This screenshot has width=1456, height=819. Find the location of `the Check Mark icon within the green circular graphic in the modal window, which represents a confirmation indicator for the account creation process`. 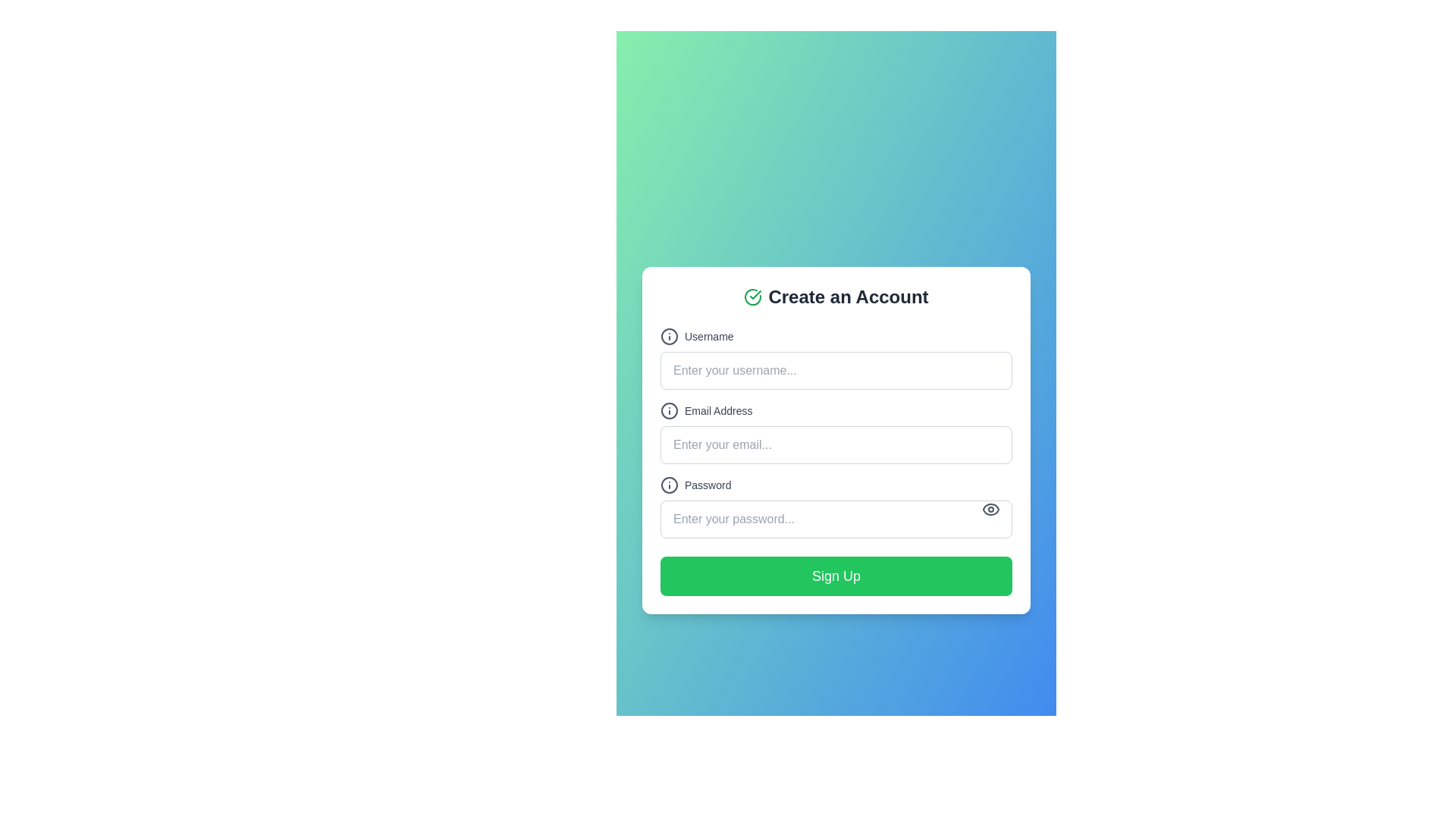

the Check Mark icon within the green circular graphic in the modal window, which represents a confirmation indicator for the account creation process is located at coordinates (755, 295).